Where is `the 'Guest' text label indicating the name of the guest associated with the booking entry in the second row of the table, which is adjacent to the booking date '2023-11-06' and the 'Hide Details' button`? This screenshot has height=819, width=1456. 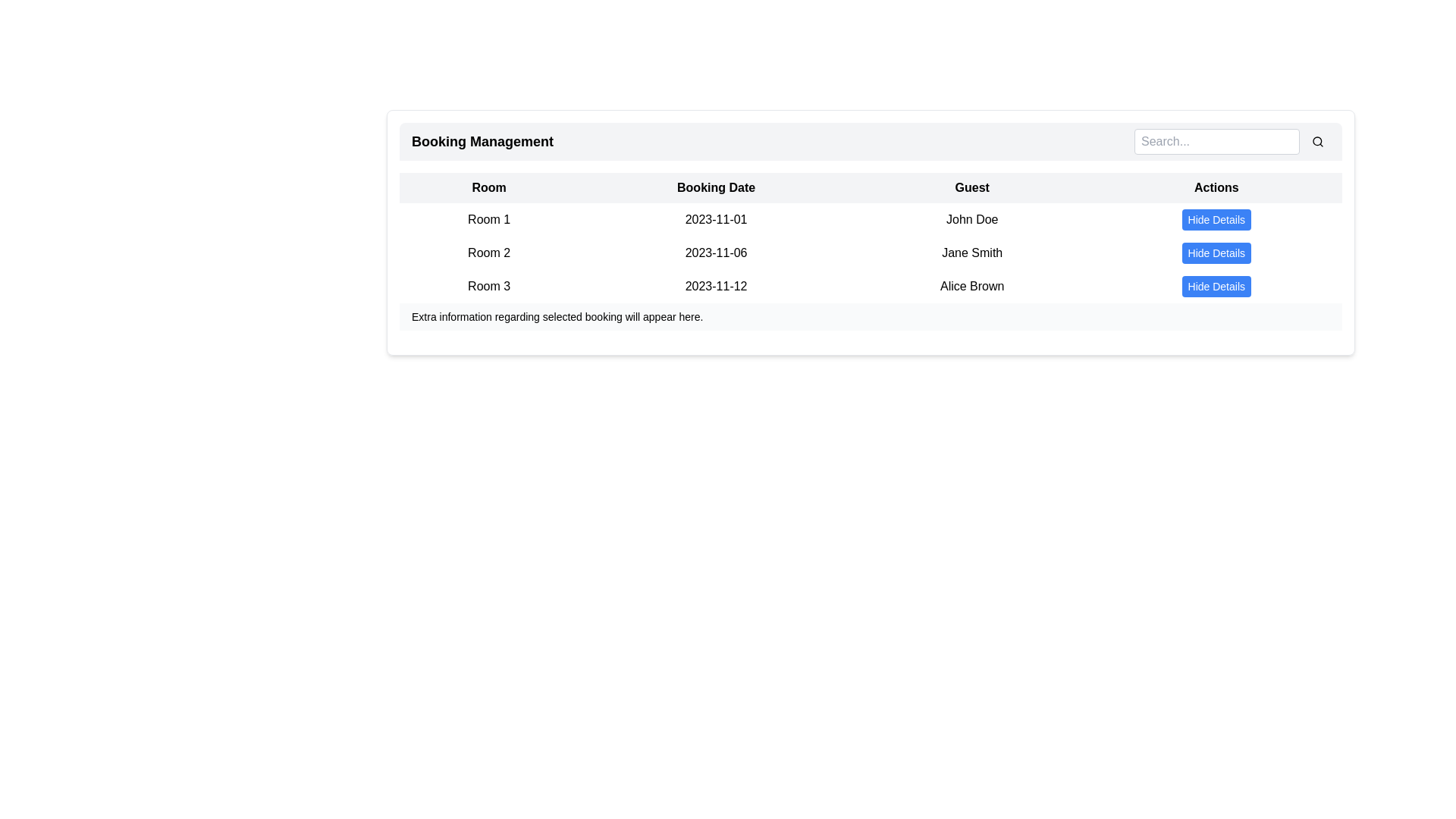
the 'Guest' text label indicating the name of the guest associated with the booking entry in the second row of the table, which is adjacent to the booking date '2023-11-06' and the 'Hide Details' button is located at coordinates (972, 253).